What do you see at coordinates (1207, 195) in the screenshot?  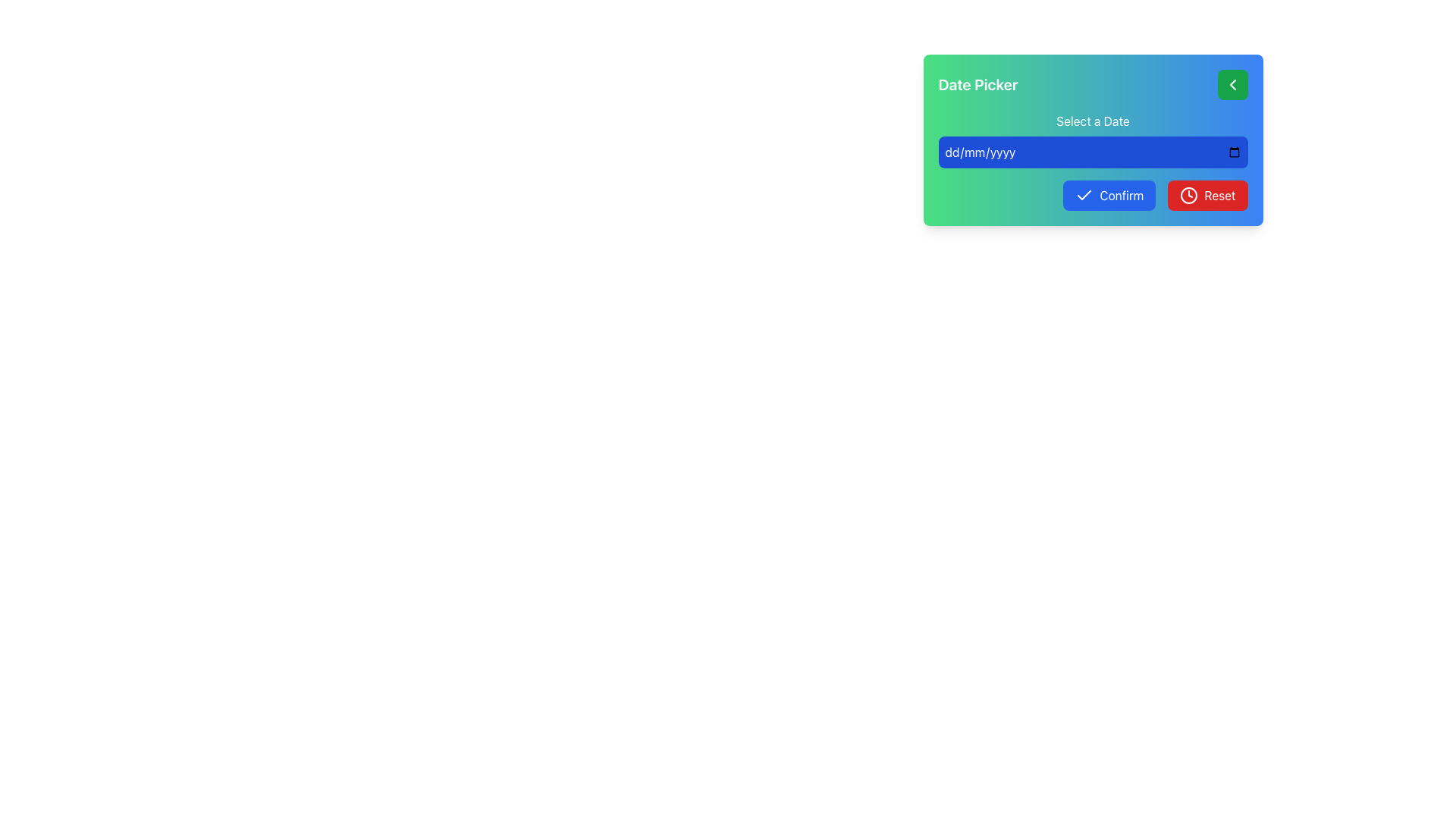 I see `the reset button located immediately to the right of the blue 'Confirm' button at the bottom-right section of the modal interface` at bounding box center [1207, 195].